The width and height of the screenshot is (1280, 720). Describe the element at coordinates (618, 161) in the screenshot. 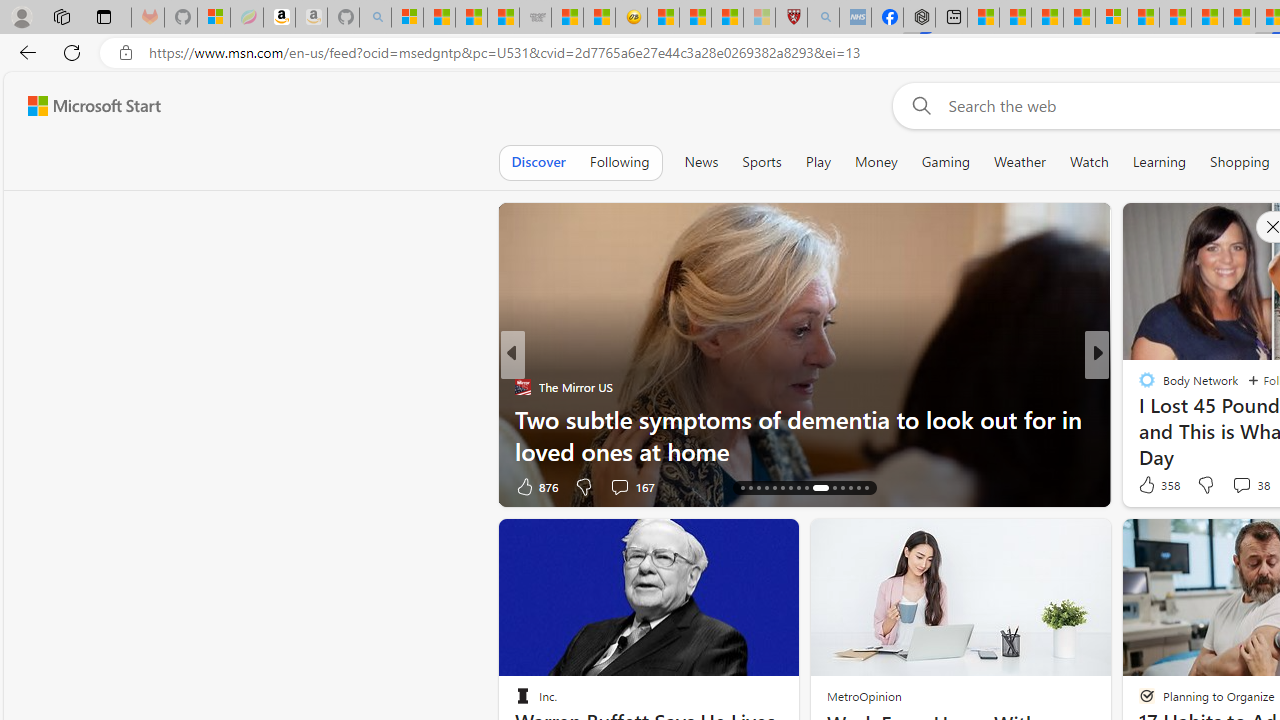

I see `'Following'` at that location.